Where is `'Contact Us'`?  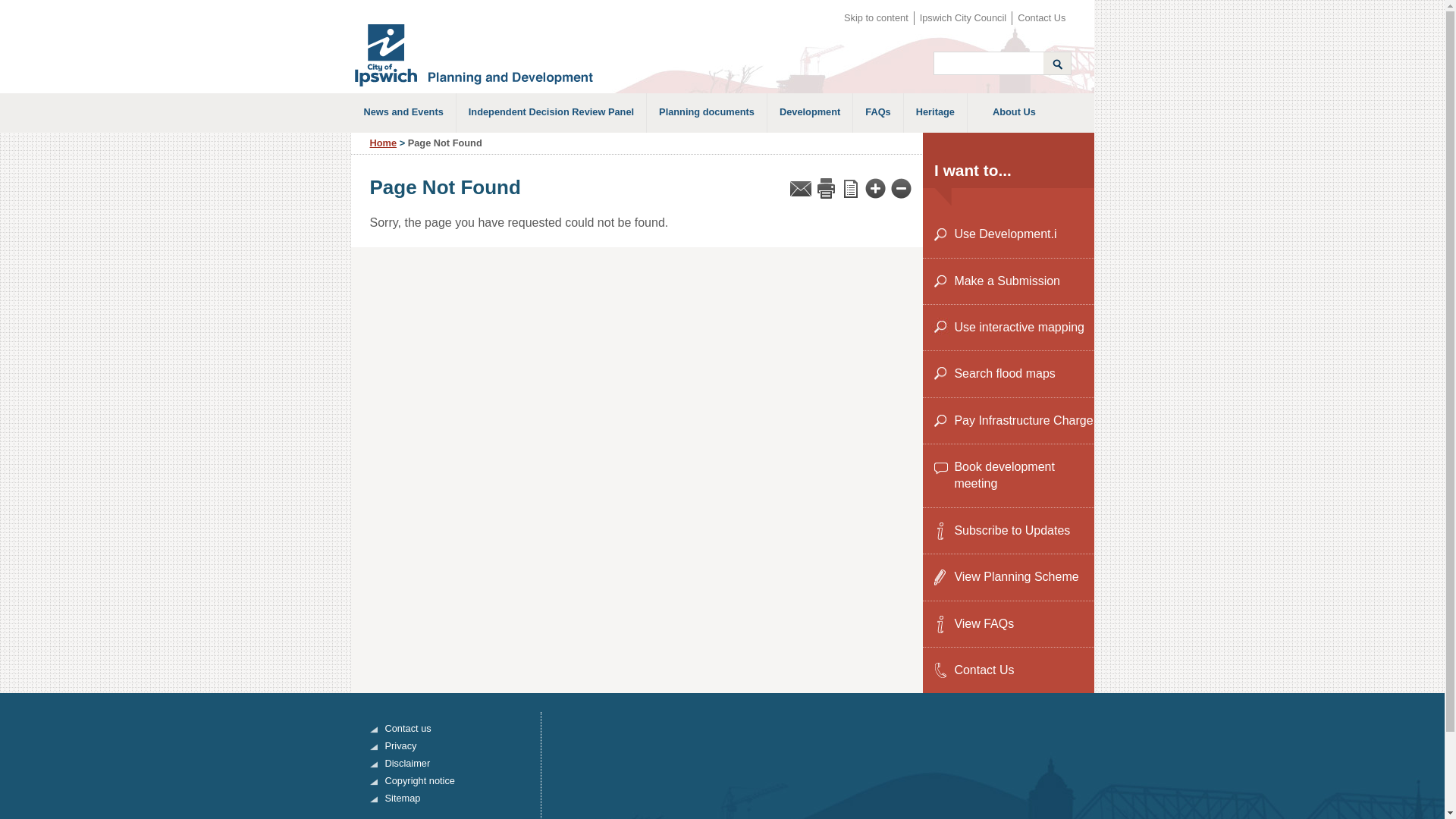
'Contact Us' is located at coordinates (1012, 669).